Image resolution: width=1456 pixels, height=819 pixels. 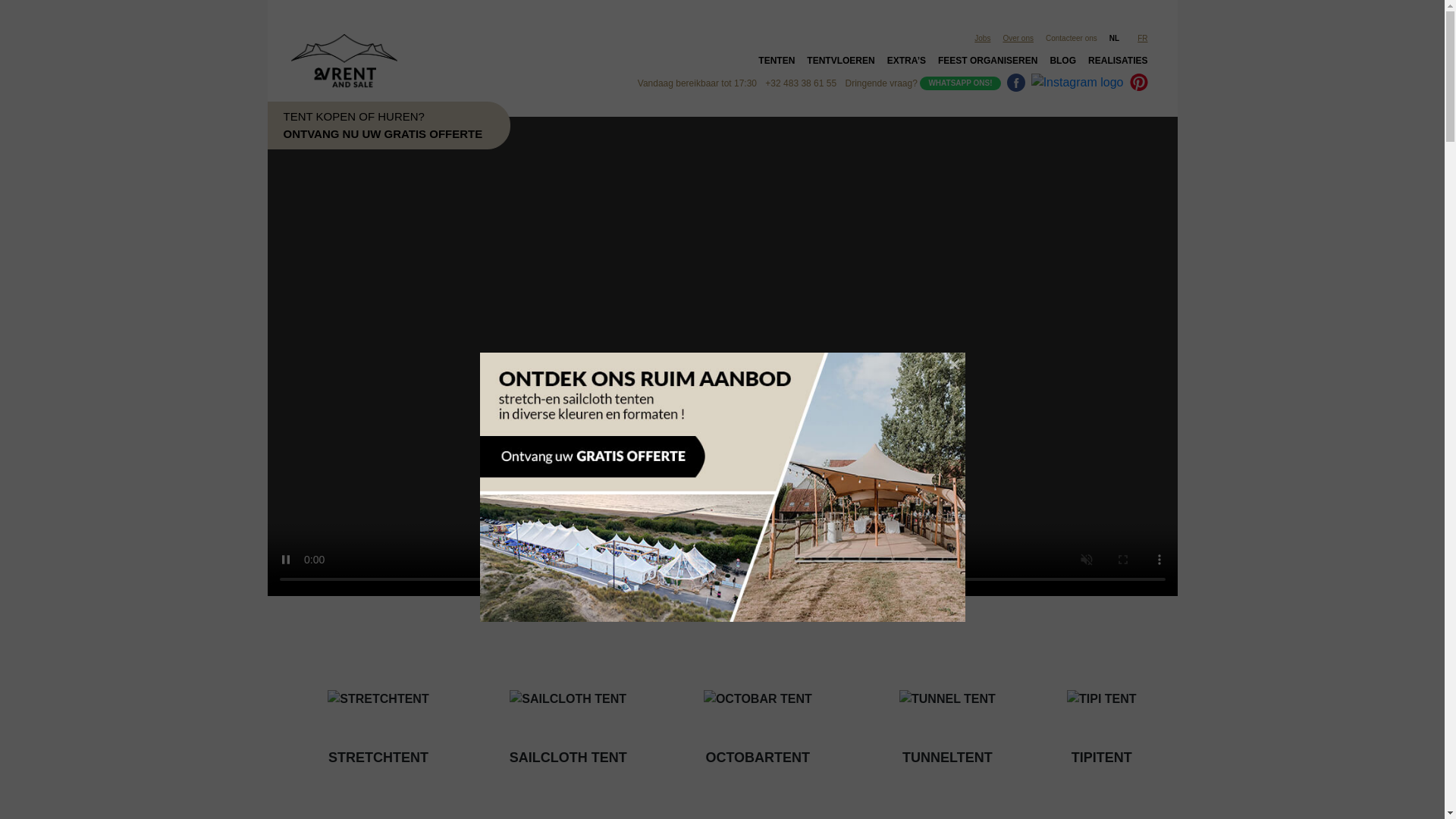 What do you see at coordinates (1117, 63) in the screenshot?
I see `'REALISATIES'` at bounding box center [1117, 63].